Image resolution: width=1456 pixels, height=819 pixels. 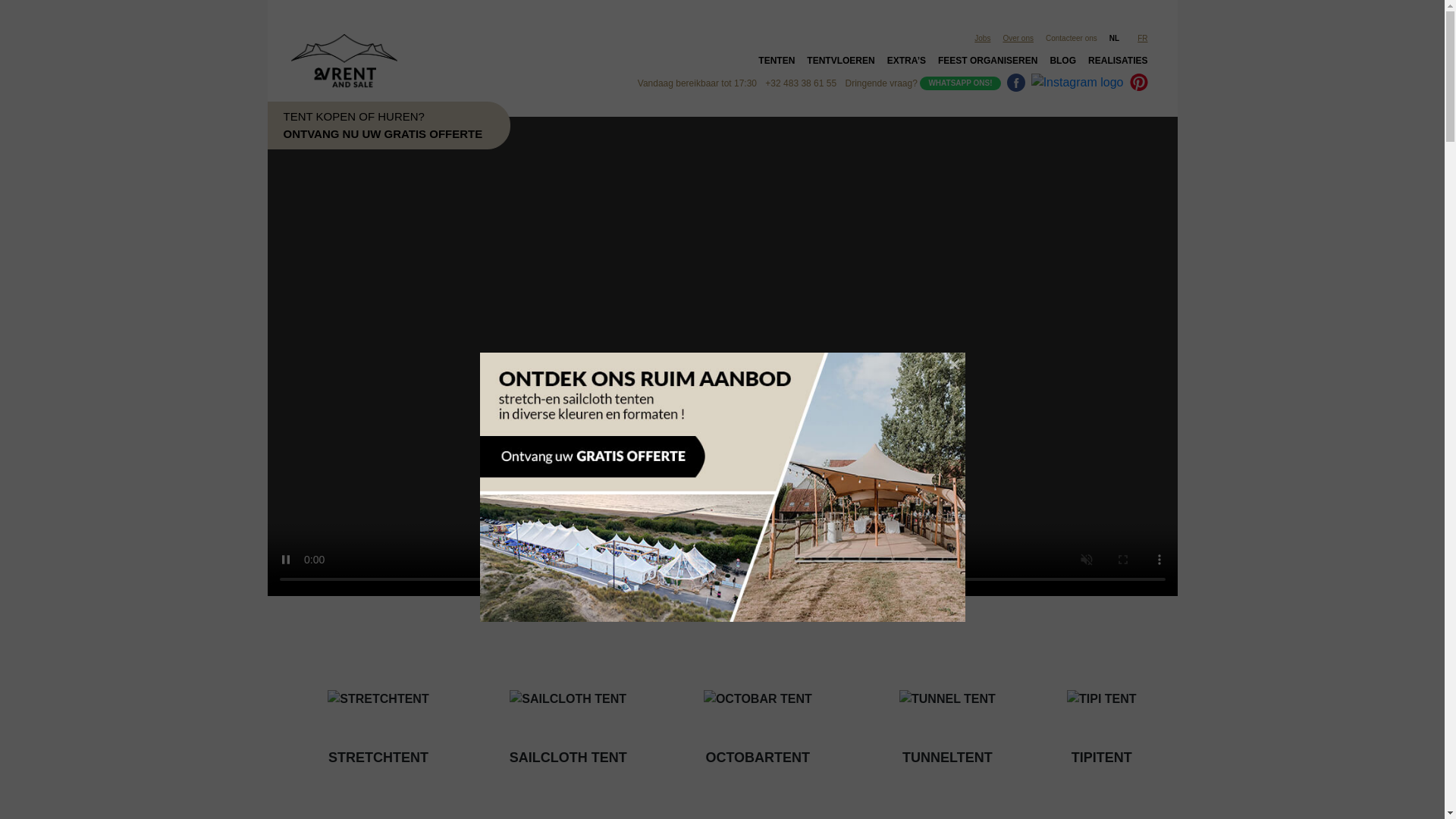 What do you see at coordinates (1117, 63) in the screenshot?
I see `'REALISATIES'` at bounding box center [1117, 63].